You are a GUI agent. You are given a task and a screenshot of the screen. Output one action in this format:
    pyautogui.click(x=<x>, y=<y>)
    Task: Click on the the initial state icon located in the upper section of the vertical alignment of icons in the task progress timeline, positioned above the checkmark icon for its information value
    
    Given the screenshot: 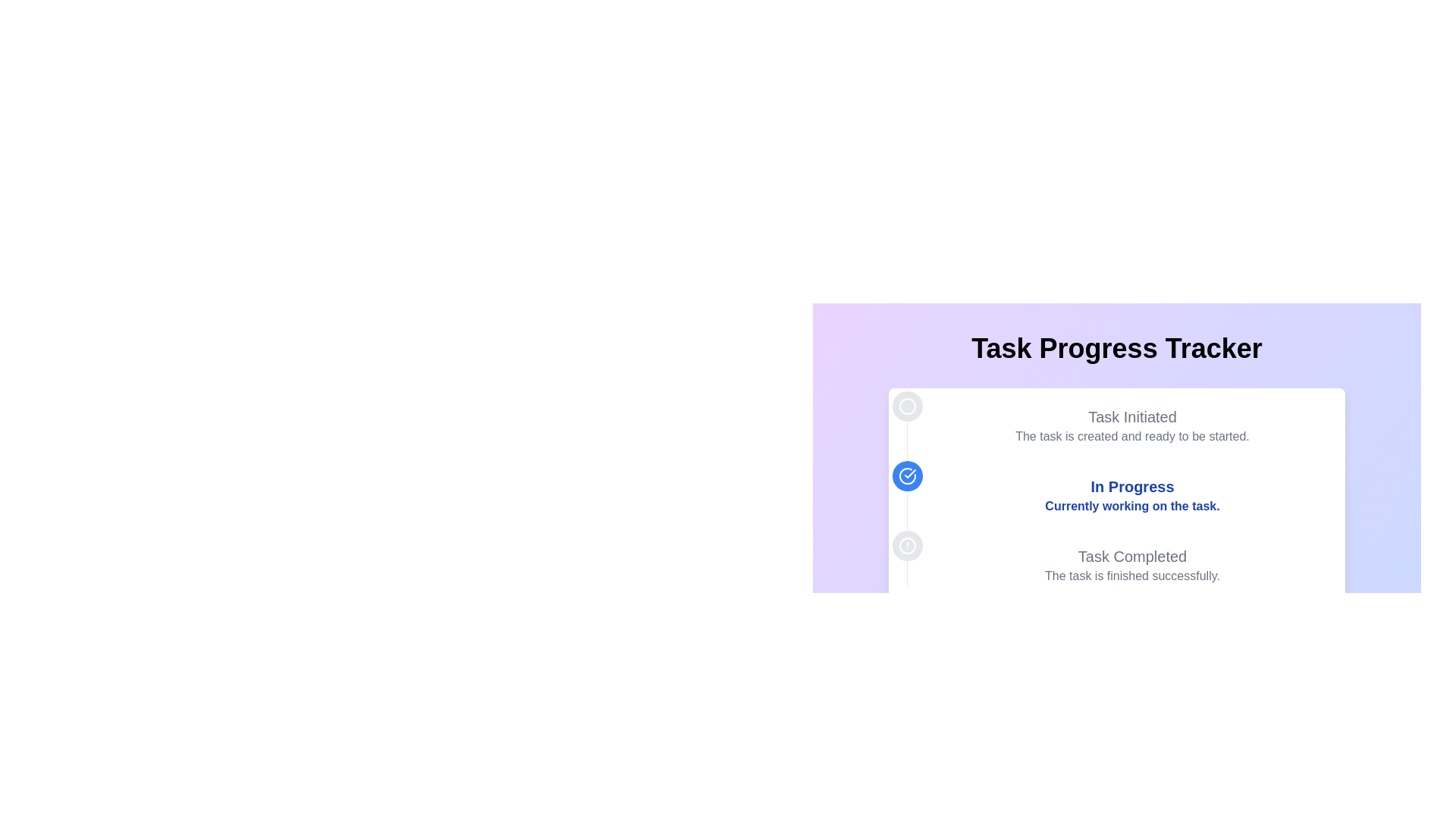 What is the action you would take?
    pyautogui.click(x=908, y=406)
    